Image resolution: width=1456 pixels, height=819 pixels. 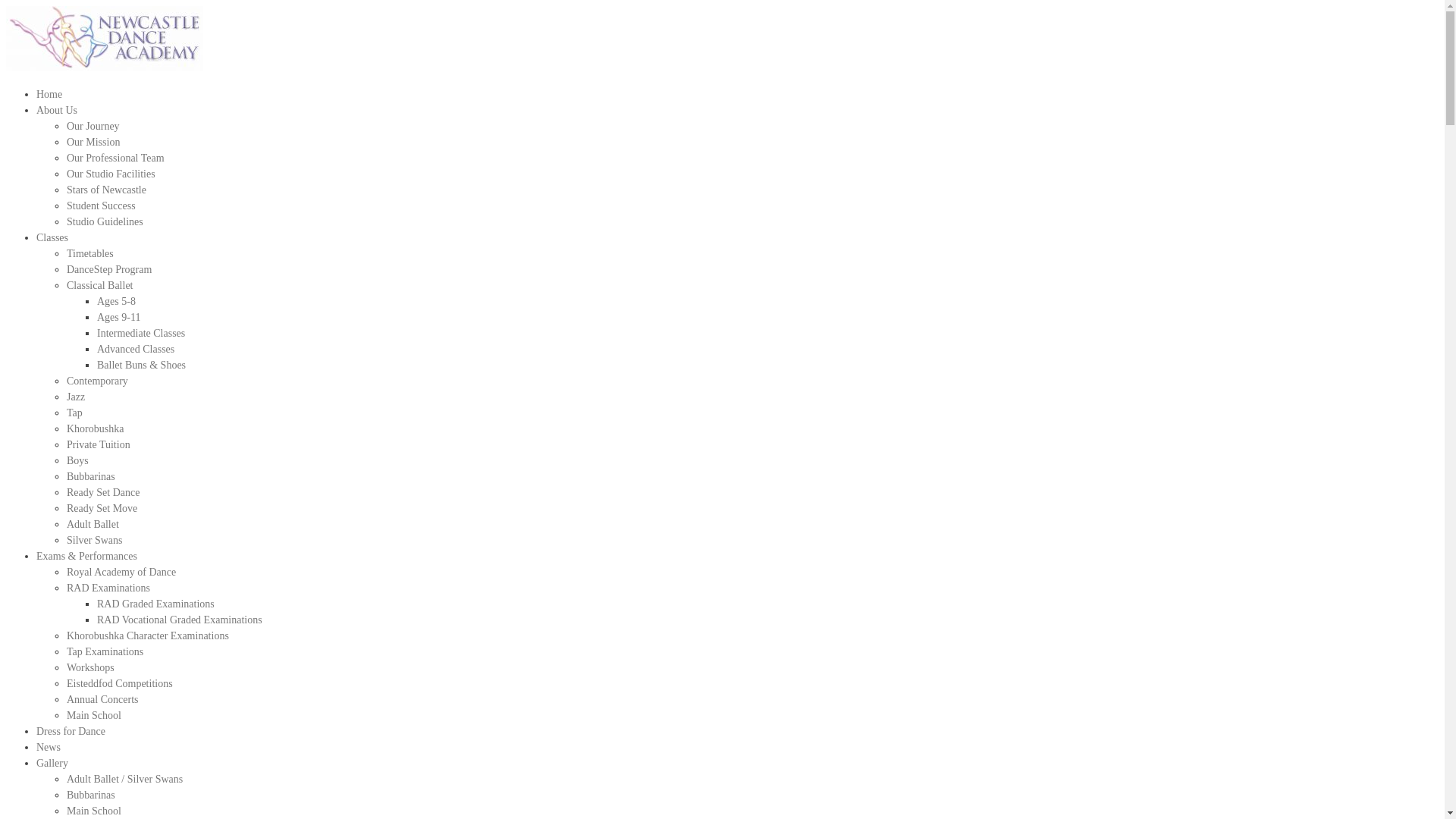 I want to click on 'Our Studio Facilities', so click(x=110, y=173).